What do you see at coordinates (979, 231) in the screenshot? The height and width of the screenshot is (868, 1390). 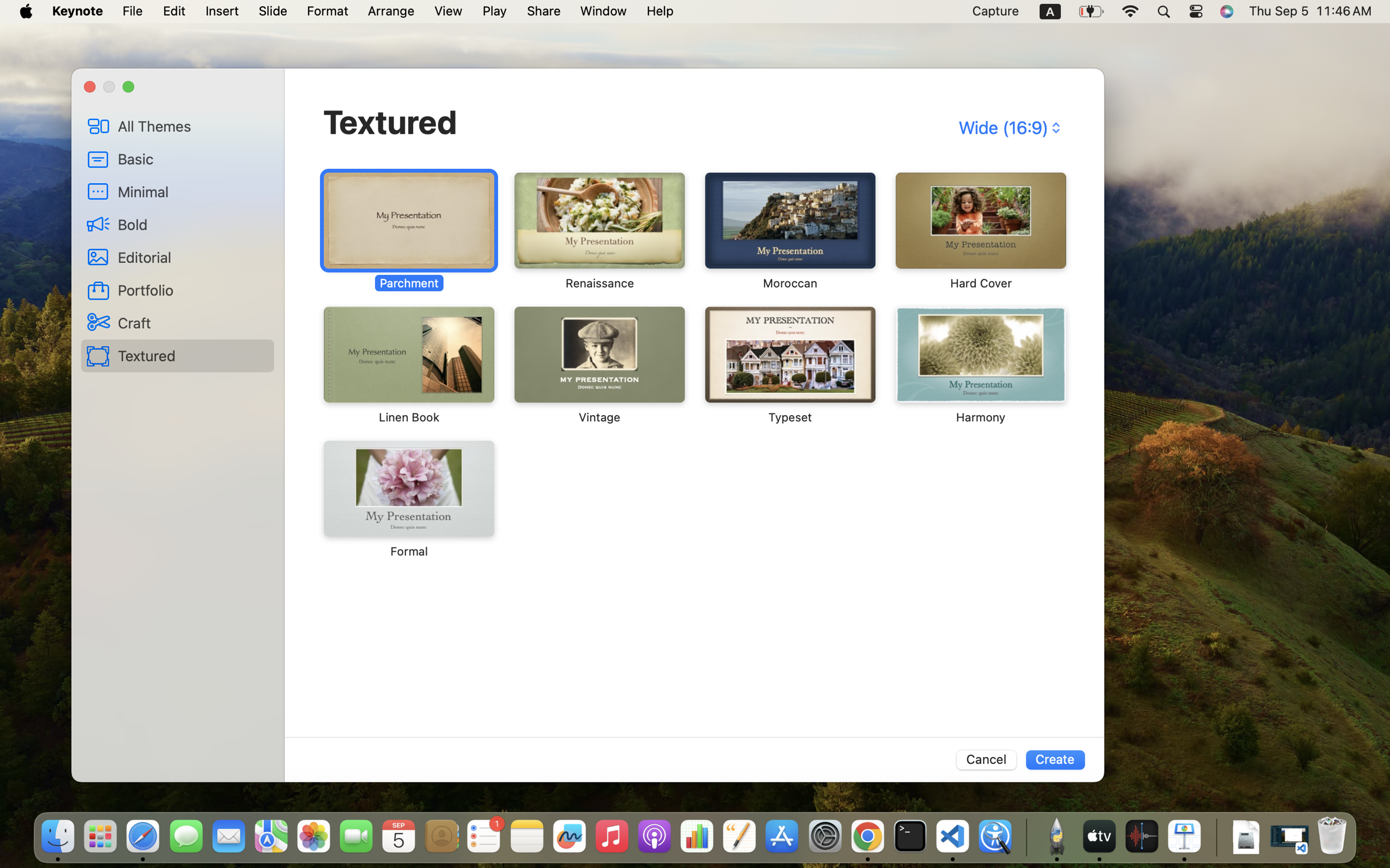 I see `'‎⁨Hard Cover⁩'` at bounding box center [979, 231].